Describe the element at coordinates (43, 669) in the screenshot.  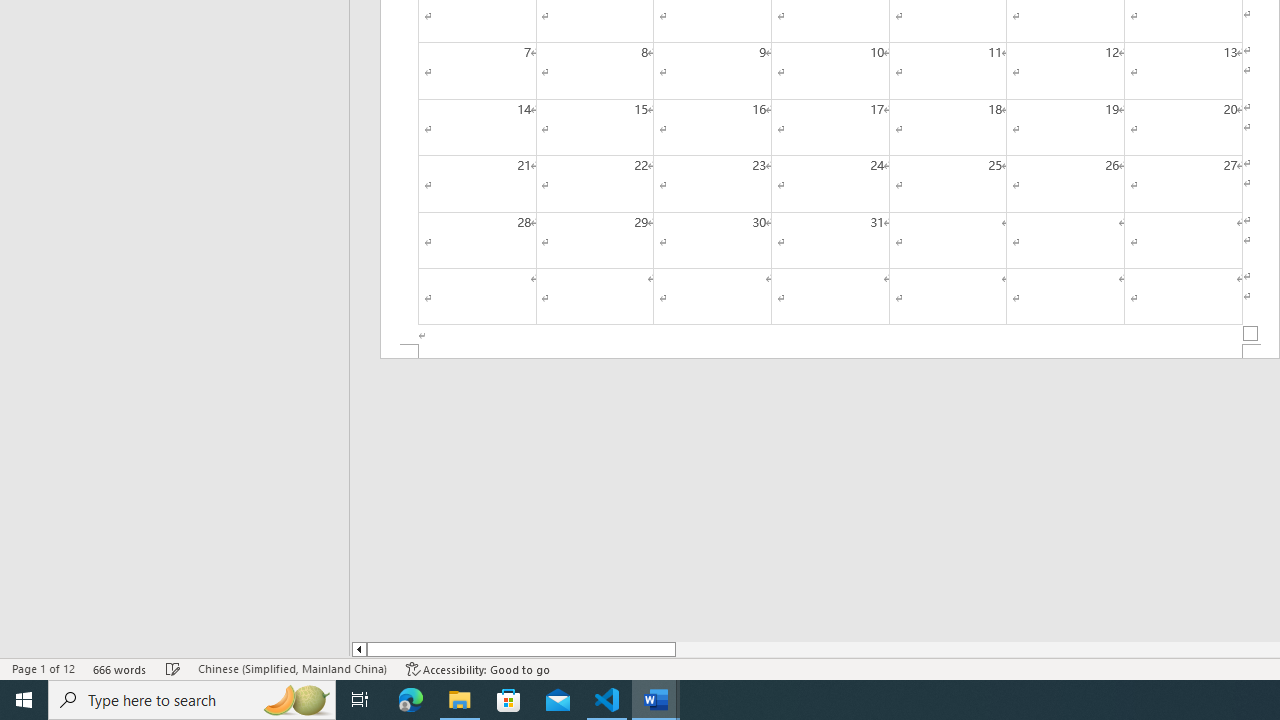
I see `'Page Number Page 1 of 12'` at that location.